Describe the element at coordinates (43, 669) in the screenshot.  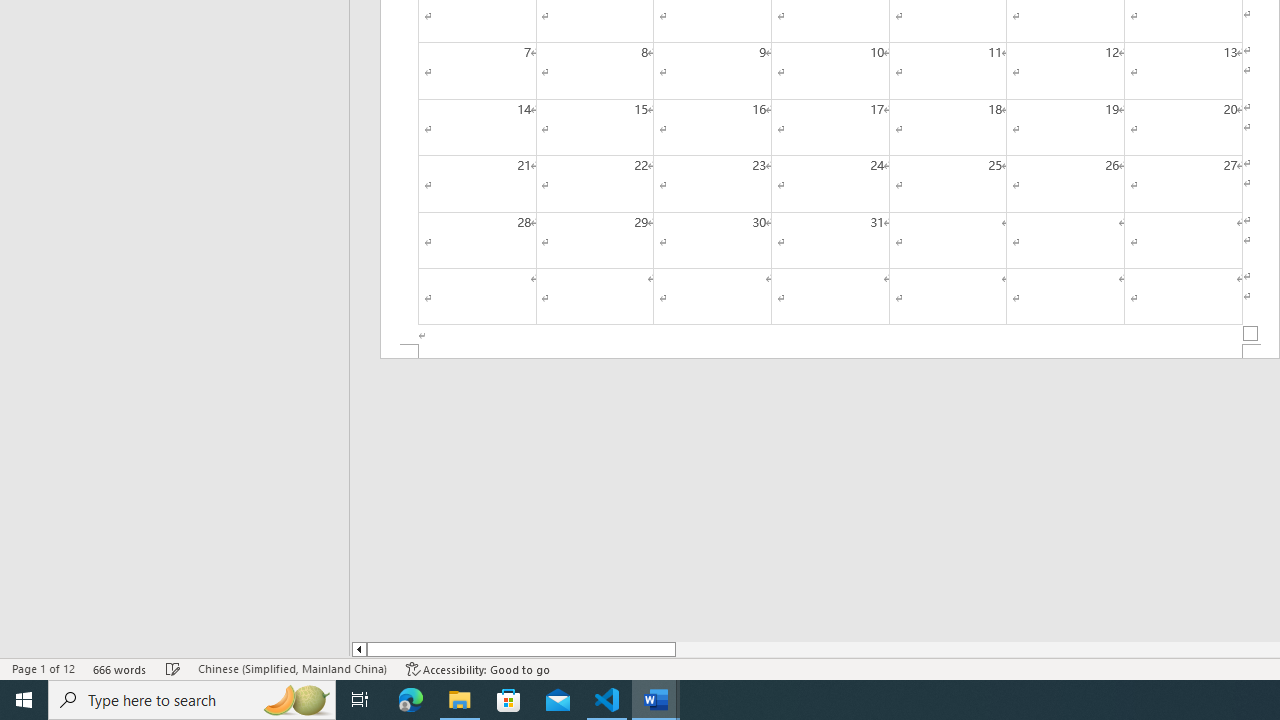
I see `'Page Number Page 1 of 12'` at that location.